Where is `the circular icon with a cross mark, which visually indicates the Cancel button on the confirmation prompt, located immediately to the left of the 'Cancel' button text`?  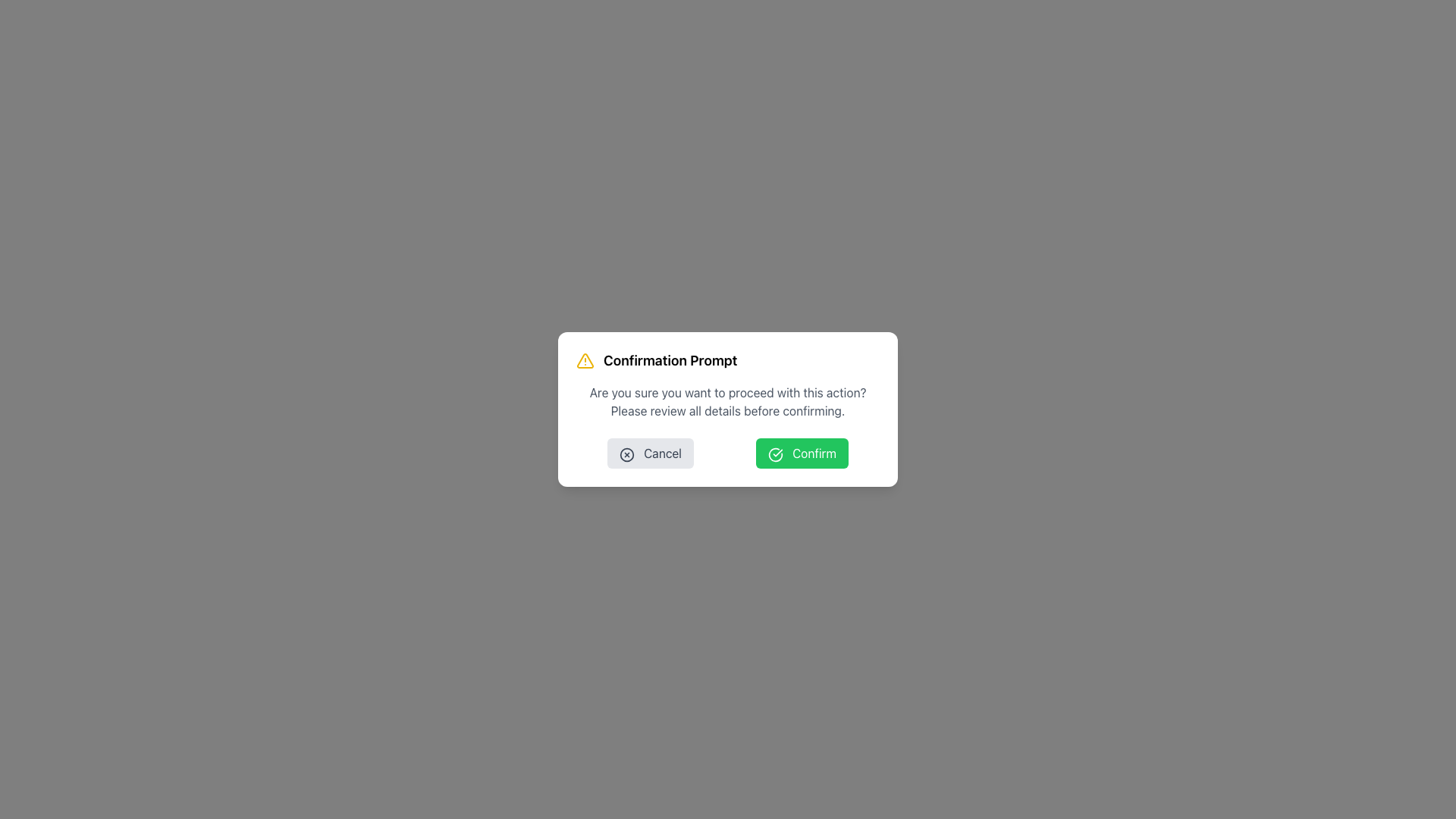
the circular icon with a cross mark, which visually indicates the Cancel button on the confirmation prompt, located immediately to the left of the 'Cancel' button text is located at coordinates (626, 453).